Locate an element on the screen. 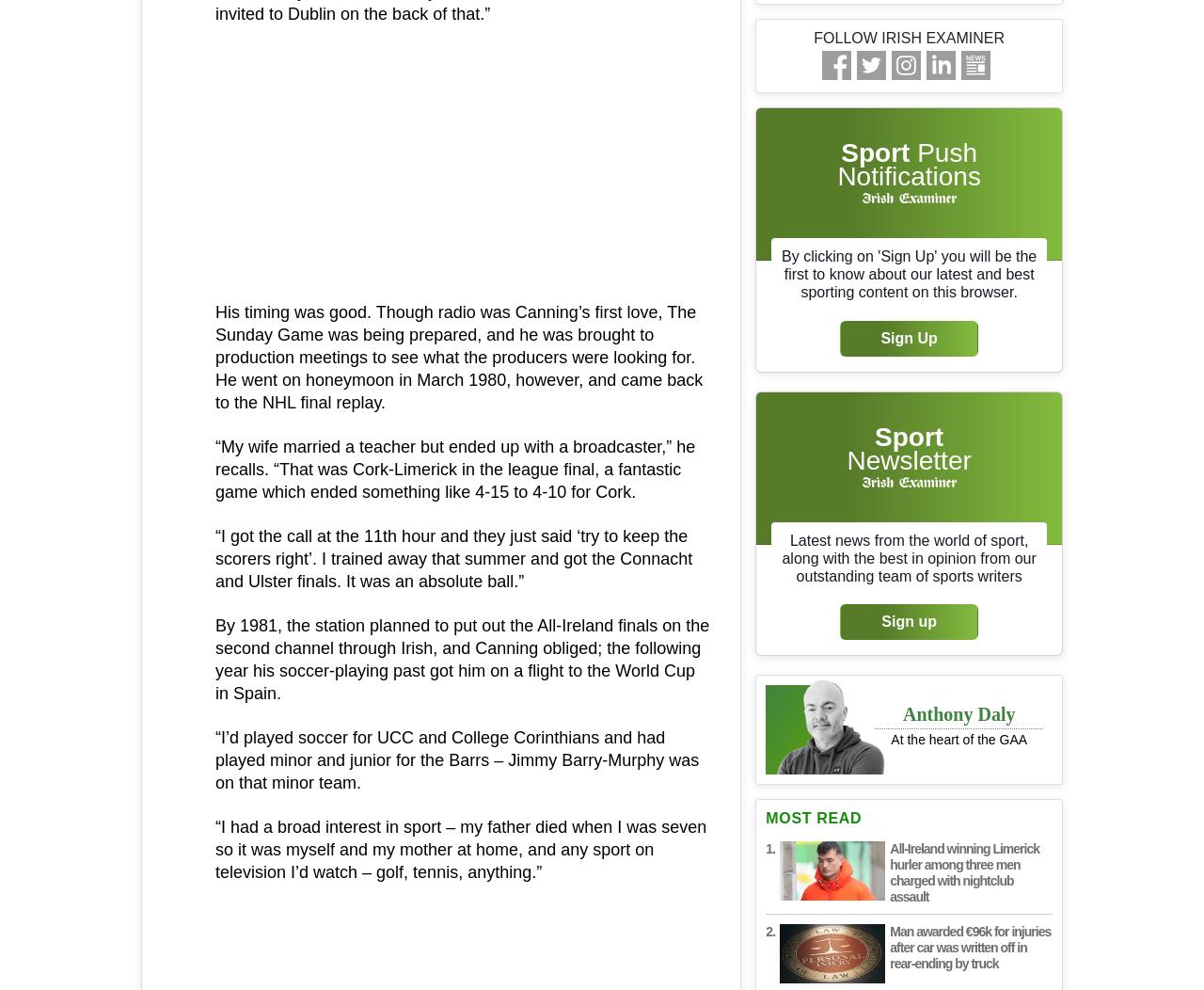 Image resolution: width=1204 pixels, height=990 pixels. 'Place: Ulster' is located at coordinates (224, 783).